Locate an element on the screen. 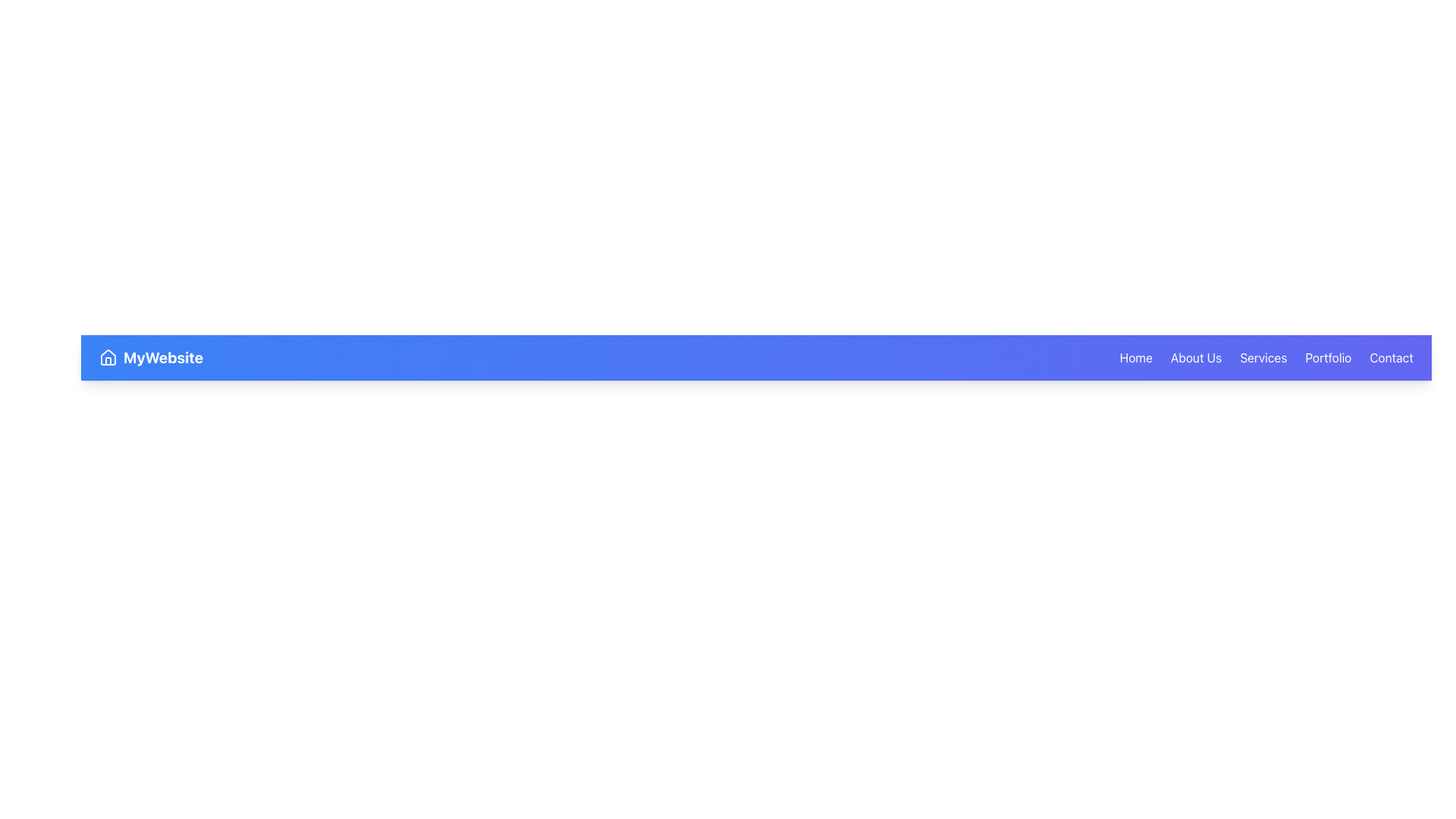 Image resolution: width=1456 pixels, height=819 pixels. the first text link in the upper-right corner navigation menu is located at coordinates (1136, 357).